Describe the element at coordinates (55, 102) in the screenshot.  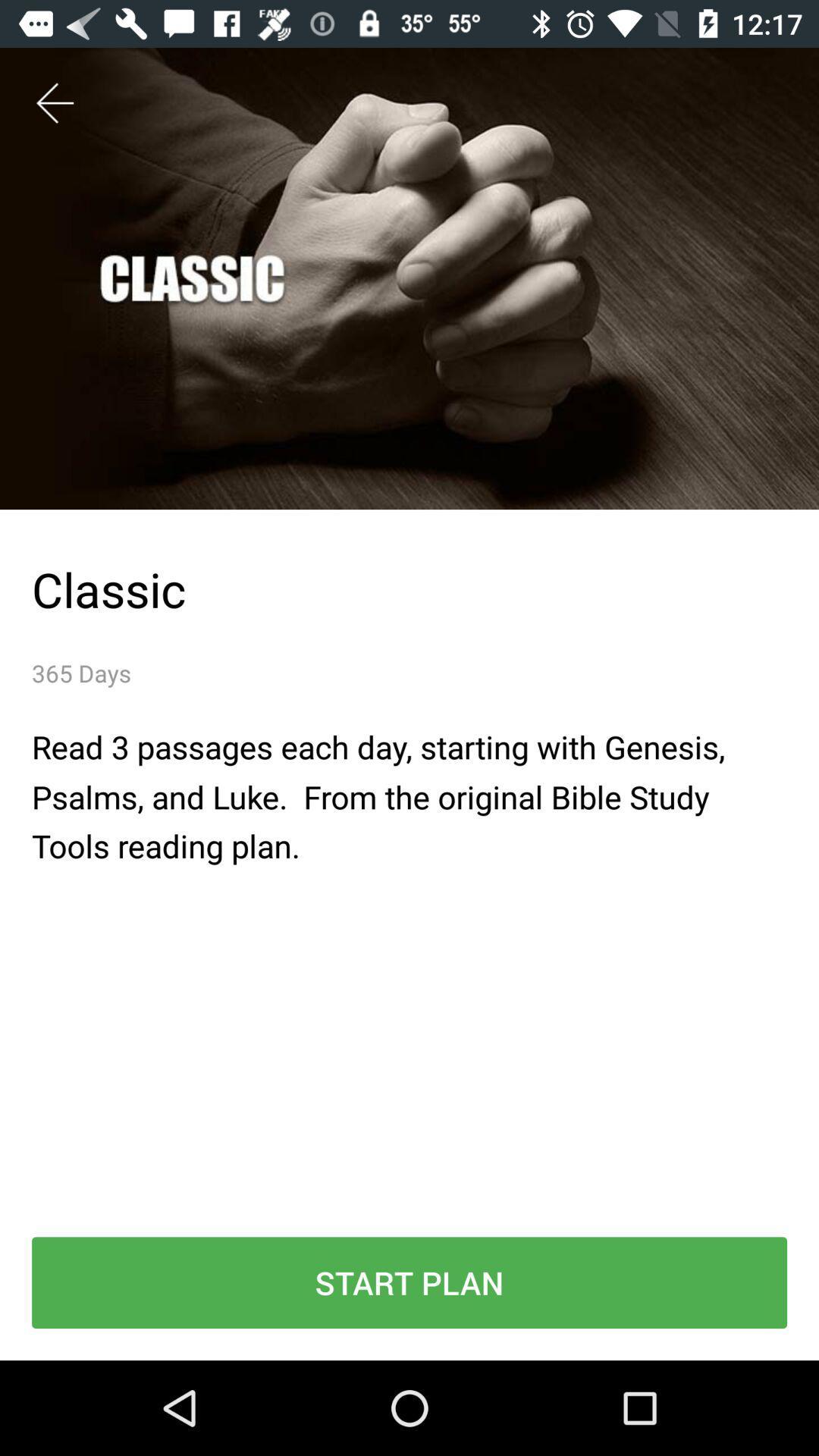
I see `the item at the top left corner` at that location.